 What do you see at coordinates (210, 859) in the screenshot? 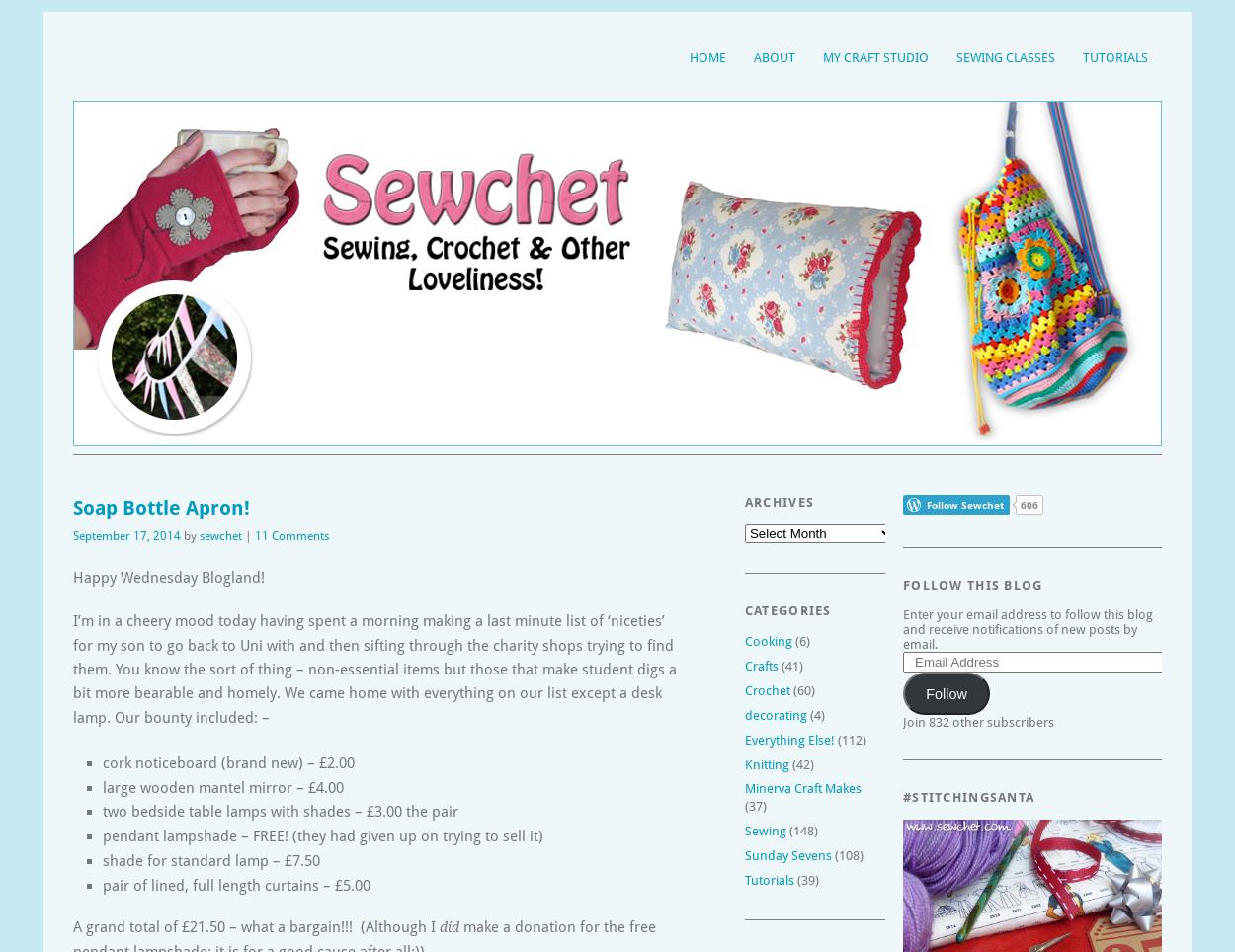
I see `'shade for standard lamp – £7.50'` at bounding box center [210, 859].